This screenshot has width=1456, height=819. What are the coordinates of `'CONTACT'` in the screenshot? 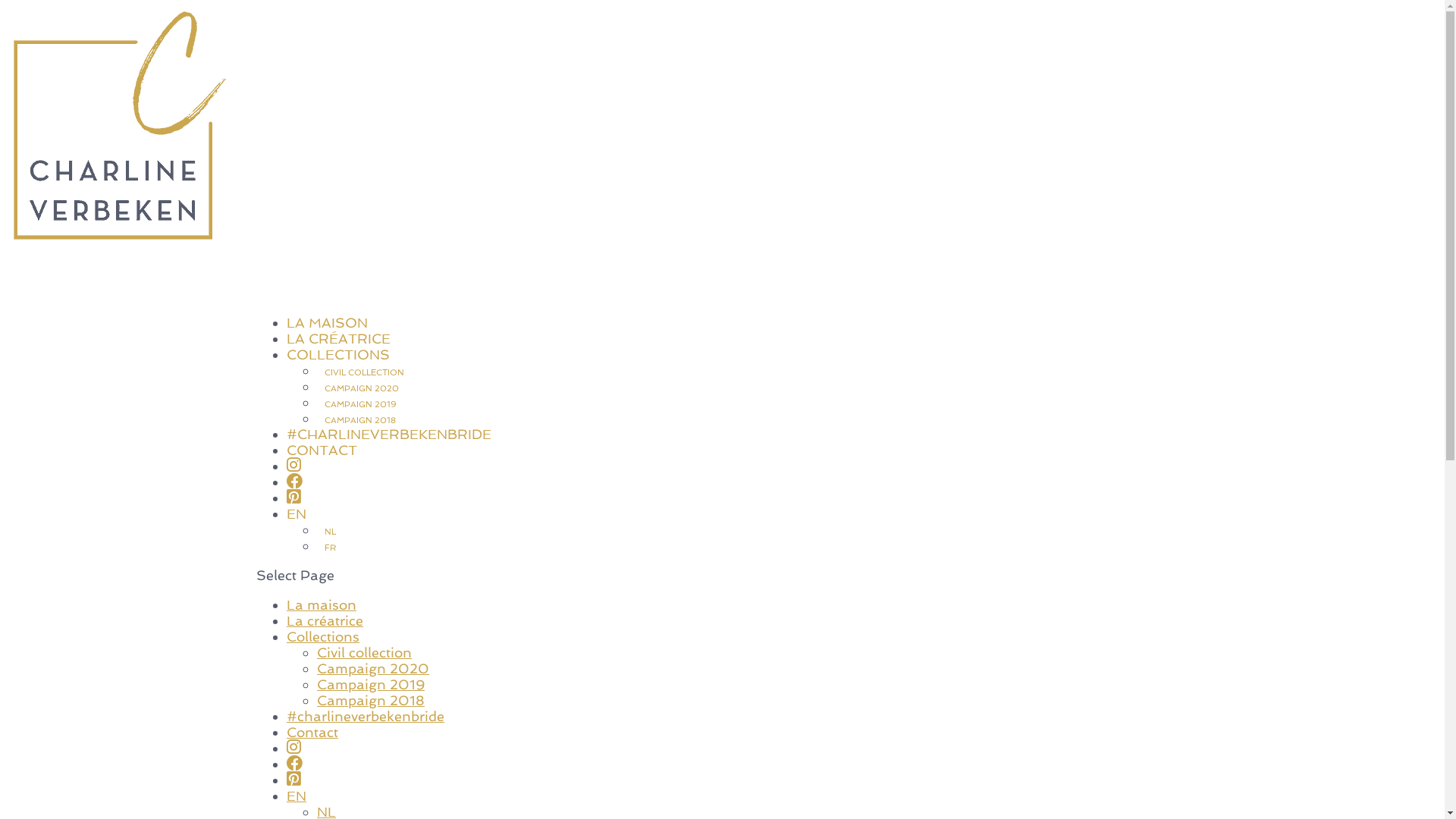 It's located at (321, 475).